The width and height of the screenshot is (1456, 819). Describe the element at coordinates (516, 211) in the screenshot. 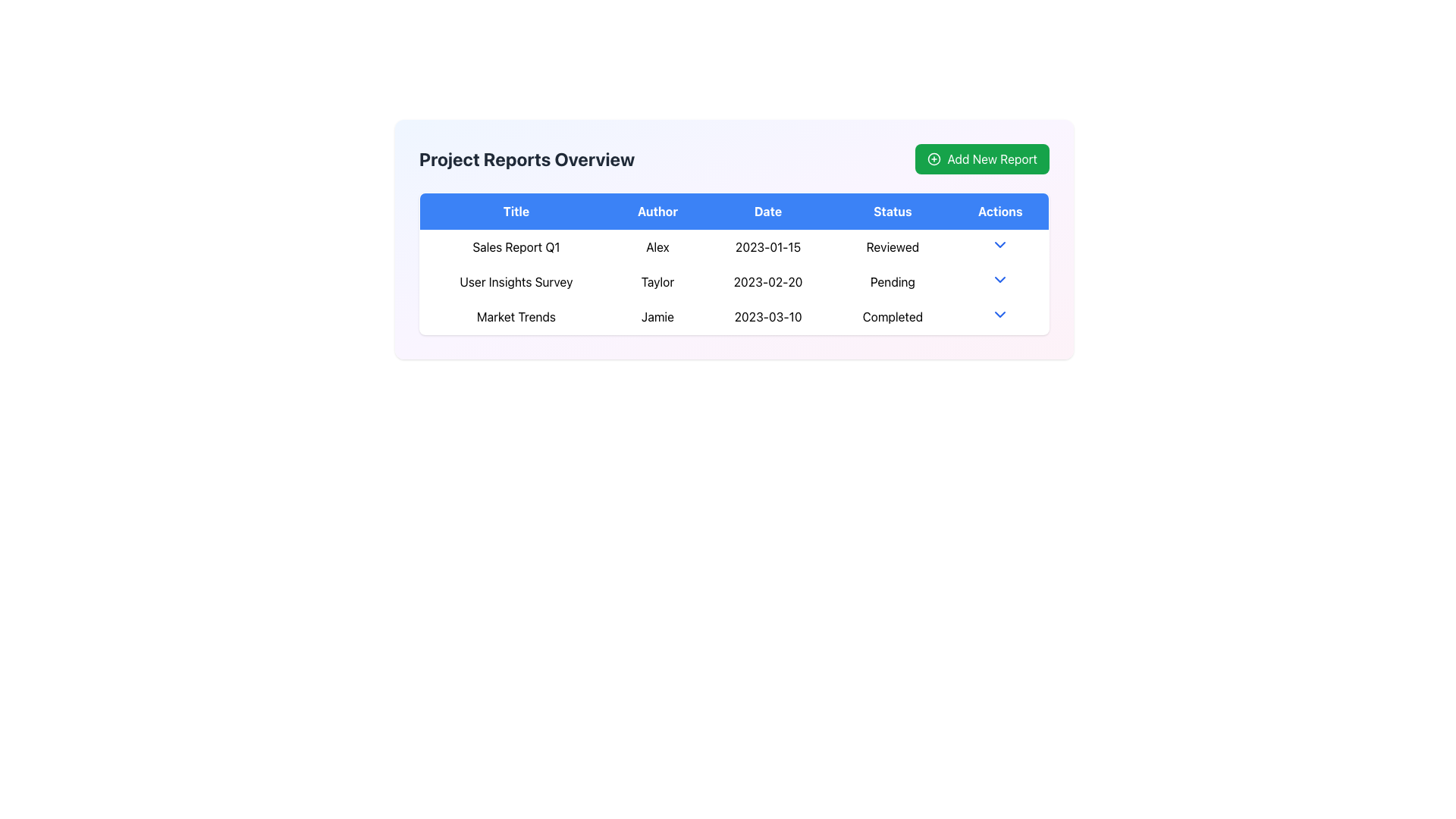

I see `the Table Header Cell labeled 'Title' which is the first cell in the header row of the table` at that location.